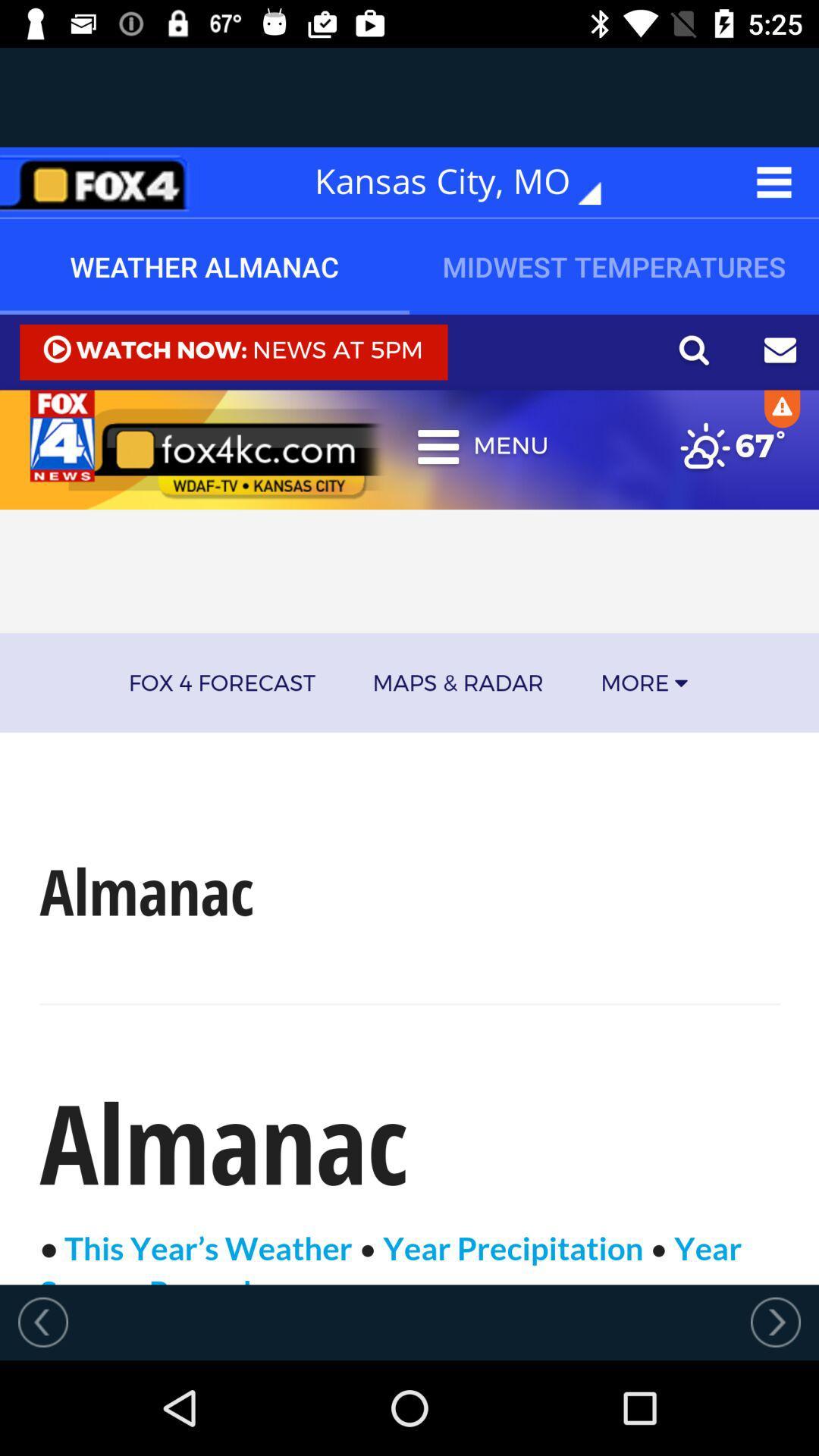  I want to click on go back, so click(42, 1321).